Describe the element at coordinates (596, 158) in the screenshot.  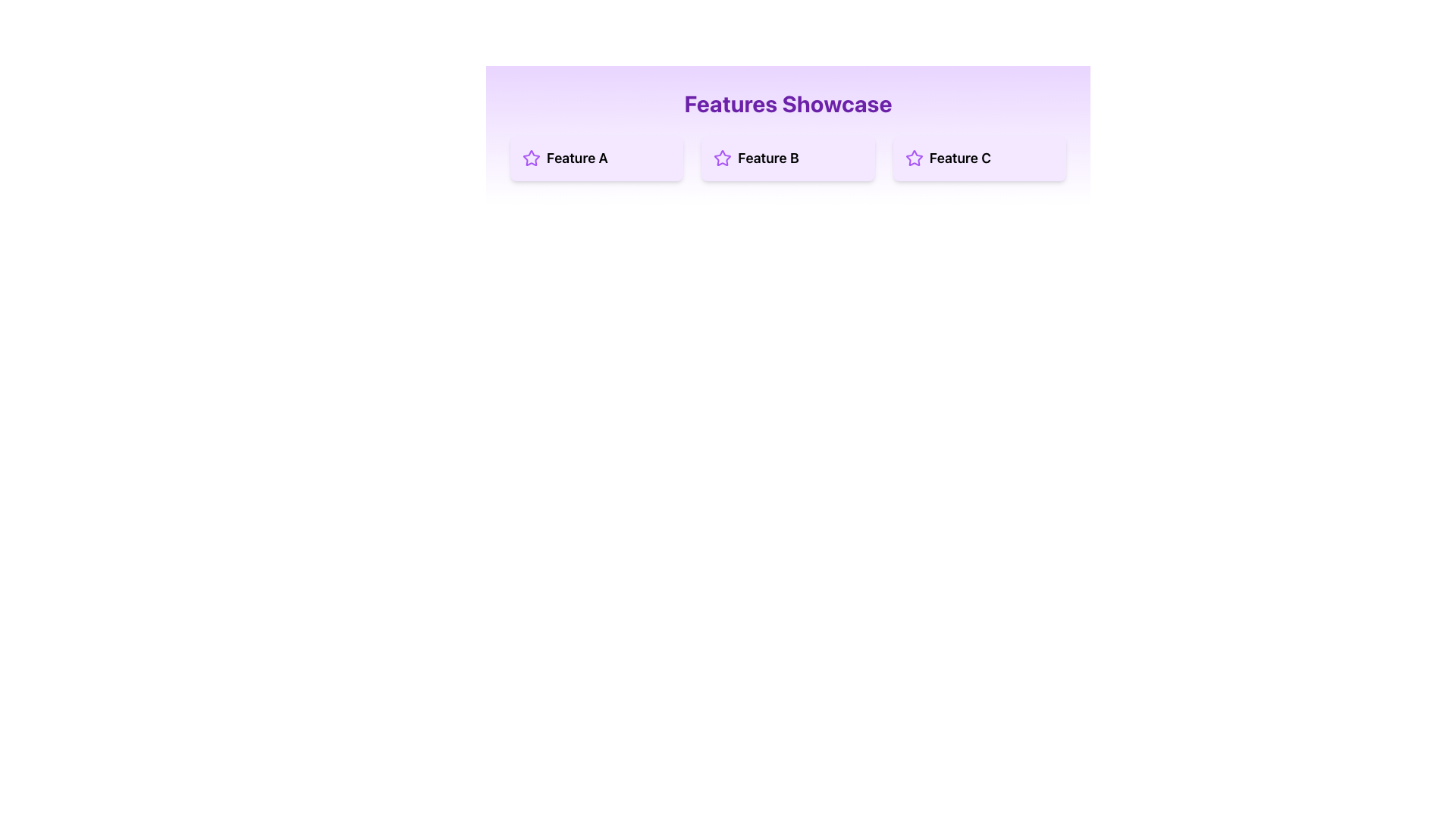
I see `the button labeled 'Feature A', which is the first item in a horizontal lineup of options. This button may trigger more details or a selection action` at that location.